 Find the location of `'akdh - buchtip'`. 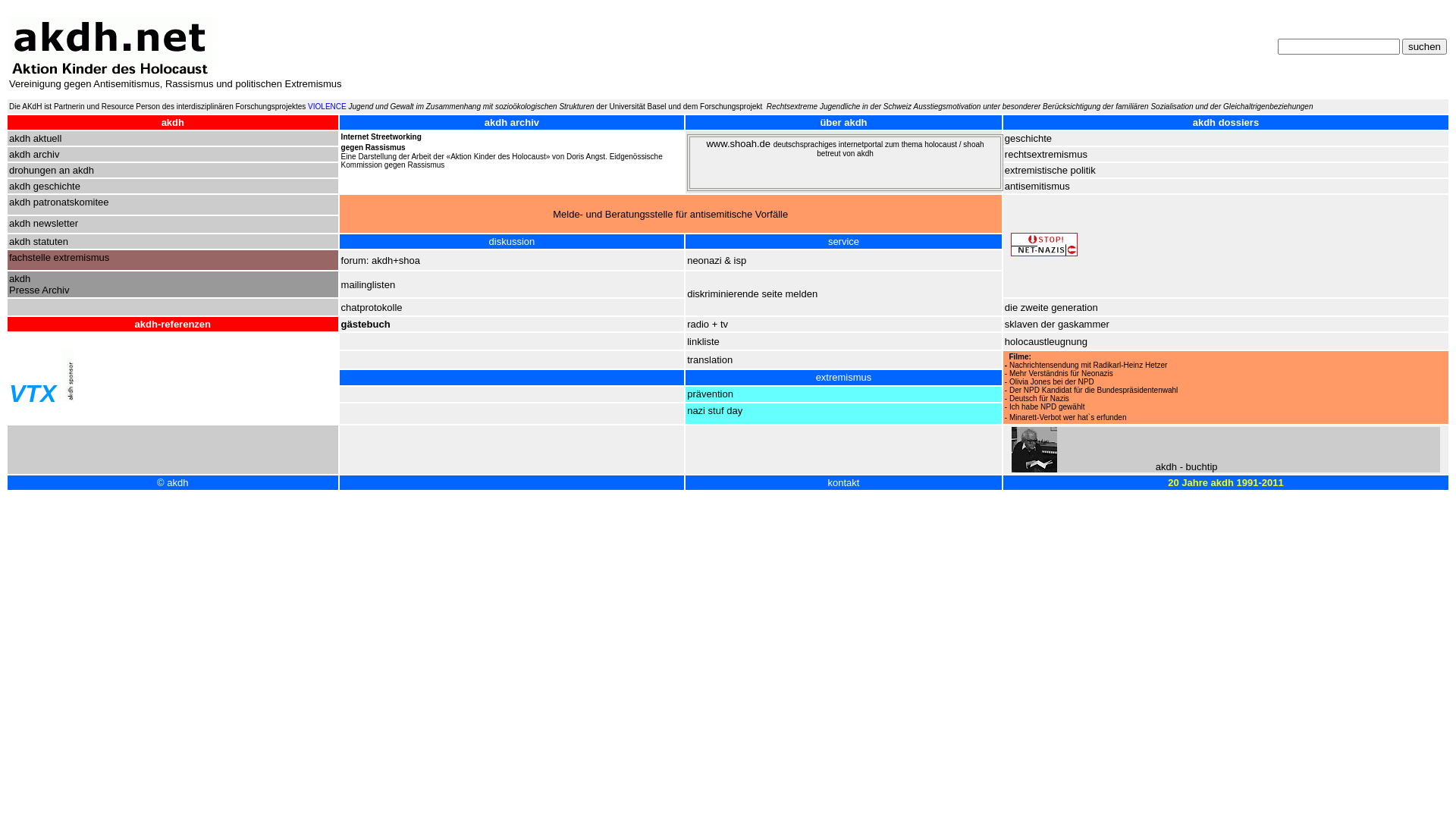

'akdh - buchtip' is located at coordinates (1154, 466).